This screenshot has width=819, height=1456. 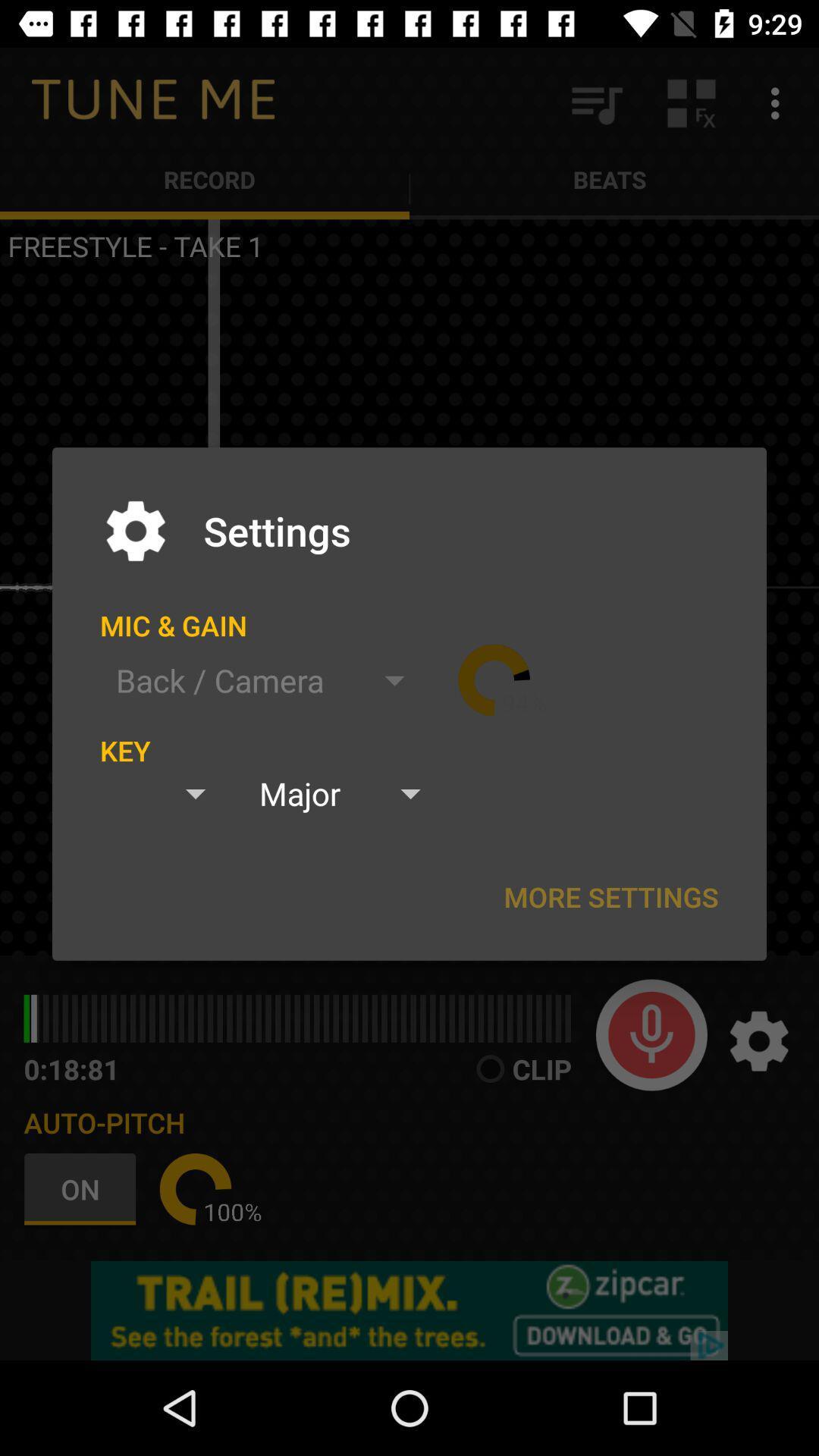 What do you see at coordinates (195, 1188) in the screenshot?
I see `icon next to on` at bounding box center [195, 1188].